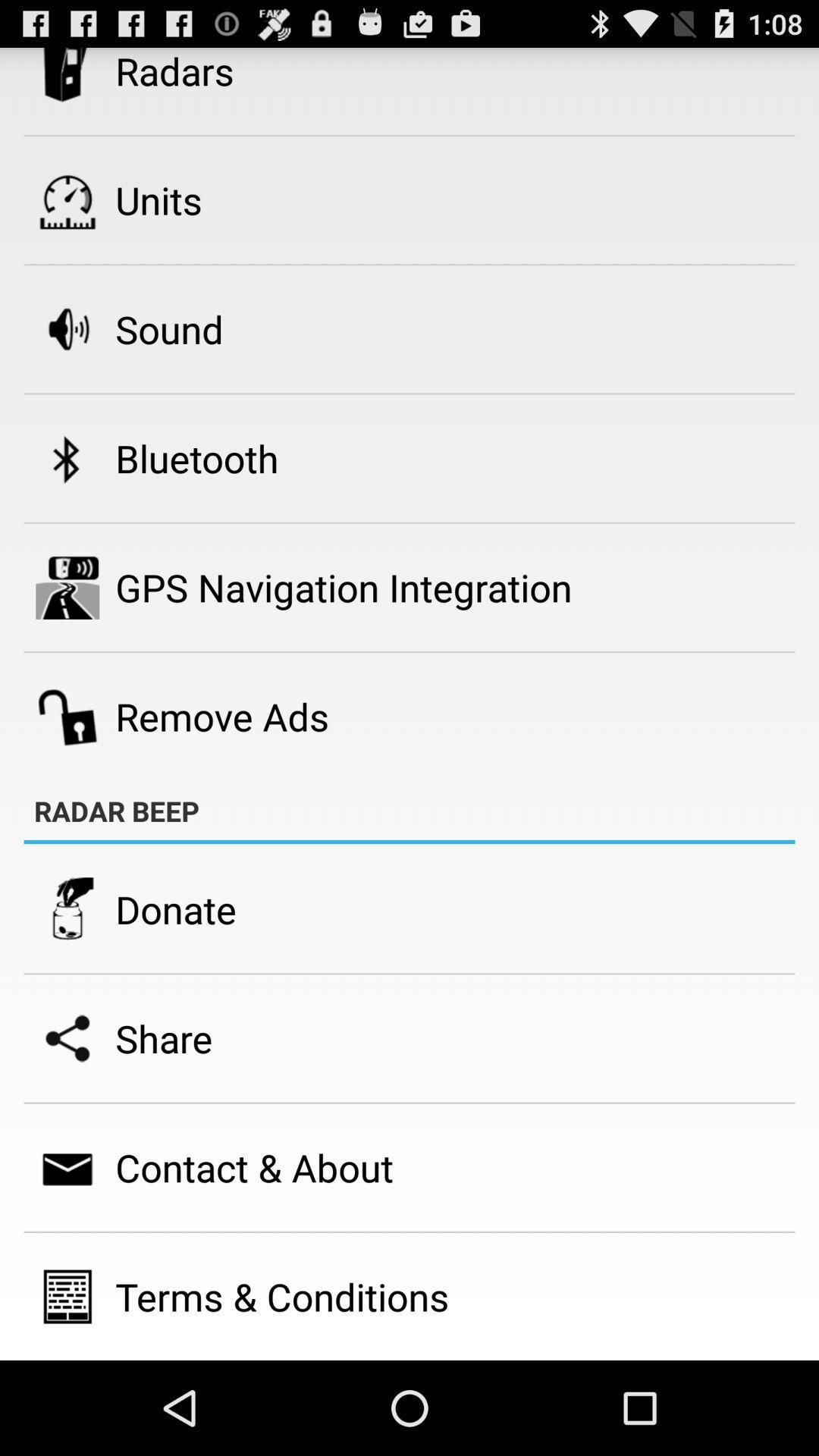 The width and height of the screenshot is (819, 1456). I want to click on the donate item, so click(175, 909).